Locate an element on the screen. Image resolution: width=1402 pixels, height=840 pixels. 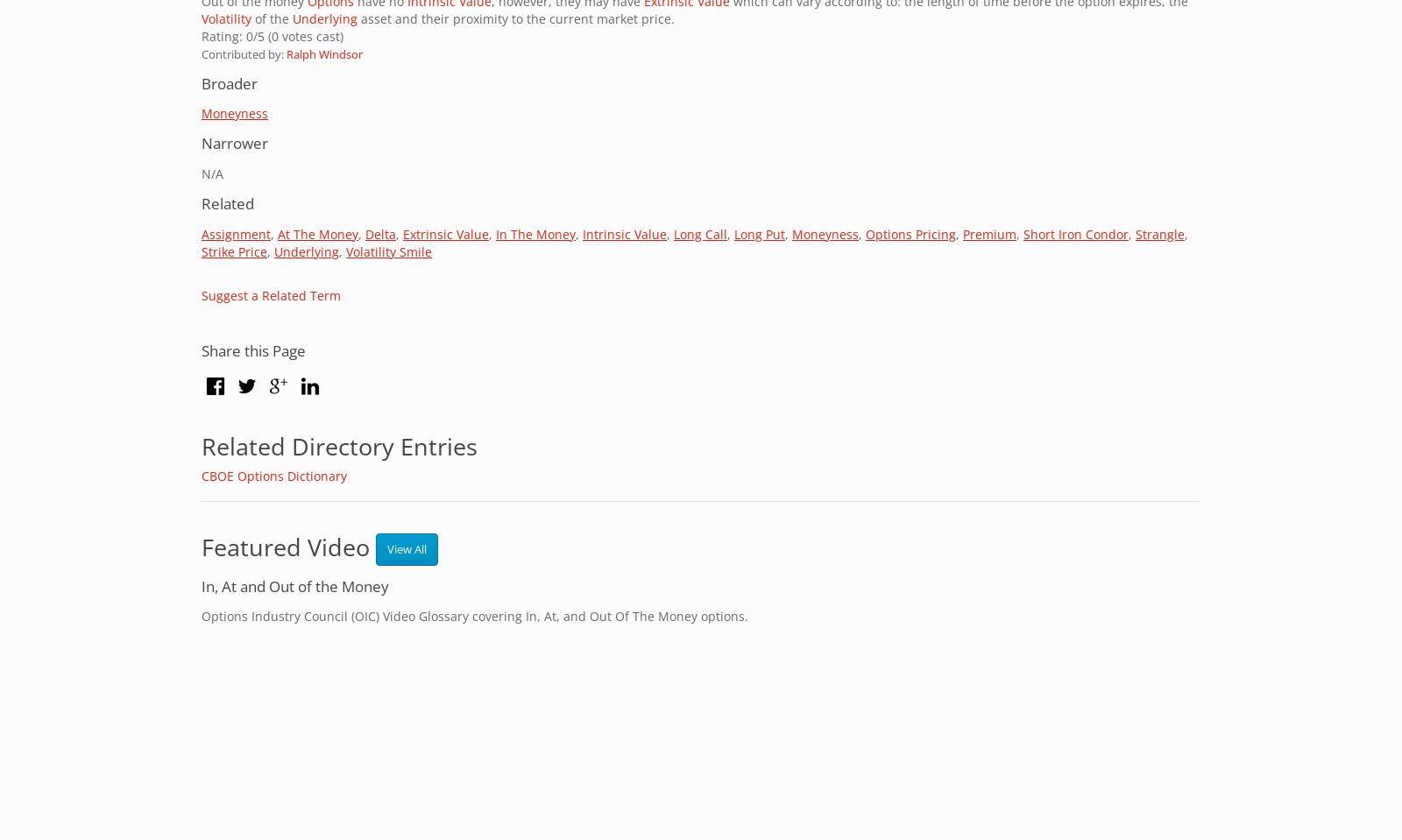
'Long Put' is located at coordinates (759, 233).